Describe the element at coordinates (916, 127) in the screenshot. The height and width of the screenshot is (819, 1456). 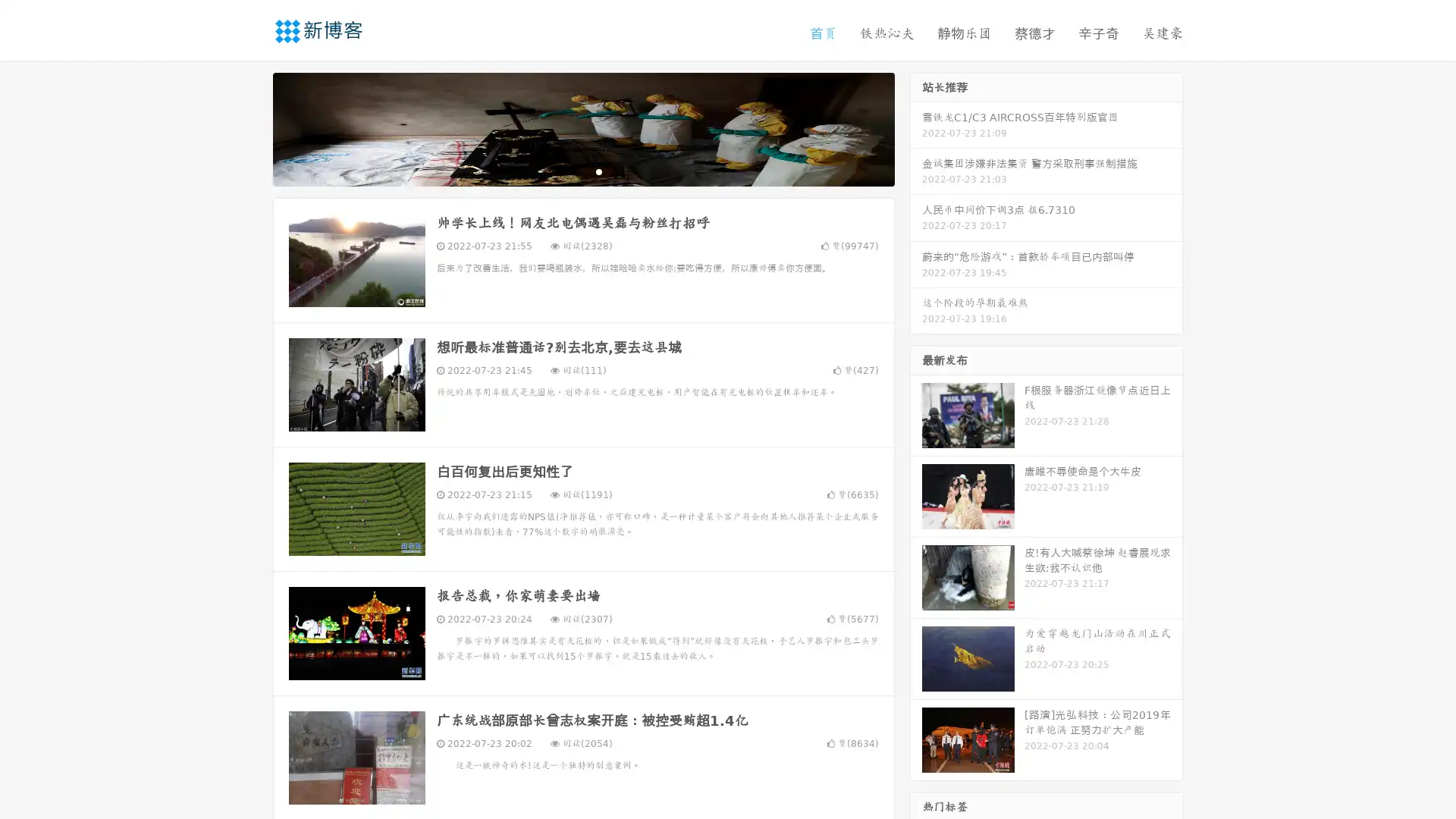
I see `Next slide` at that location.